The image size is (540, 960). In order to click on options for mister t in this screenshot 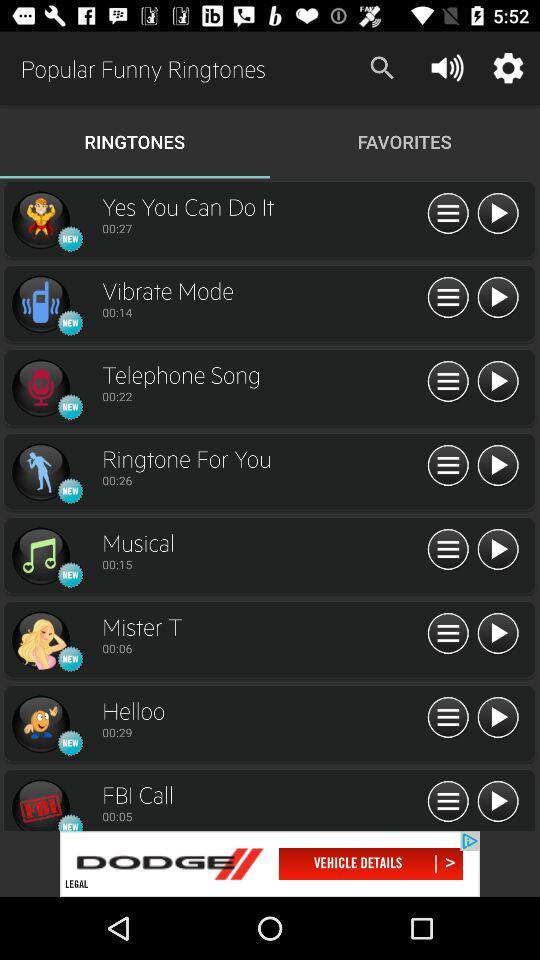, I will do `click(448, 633)`.